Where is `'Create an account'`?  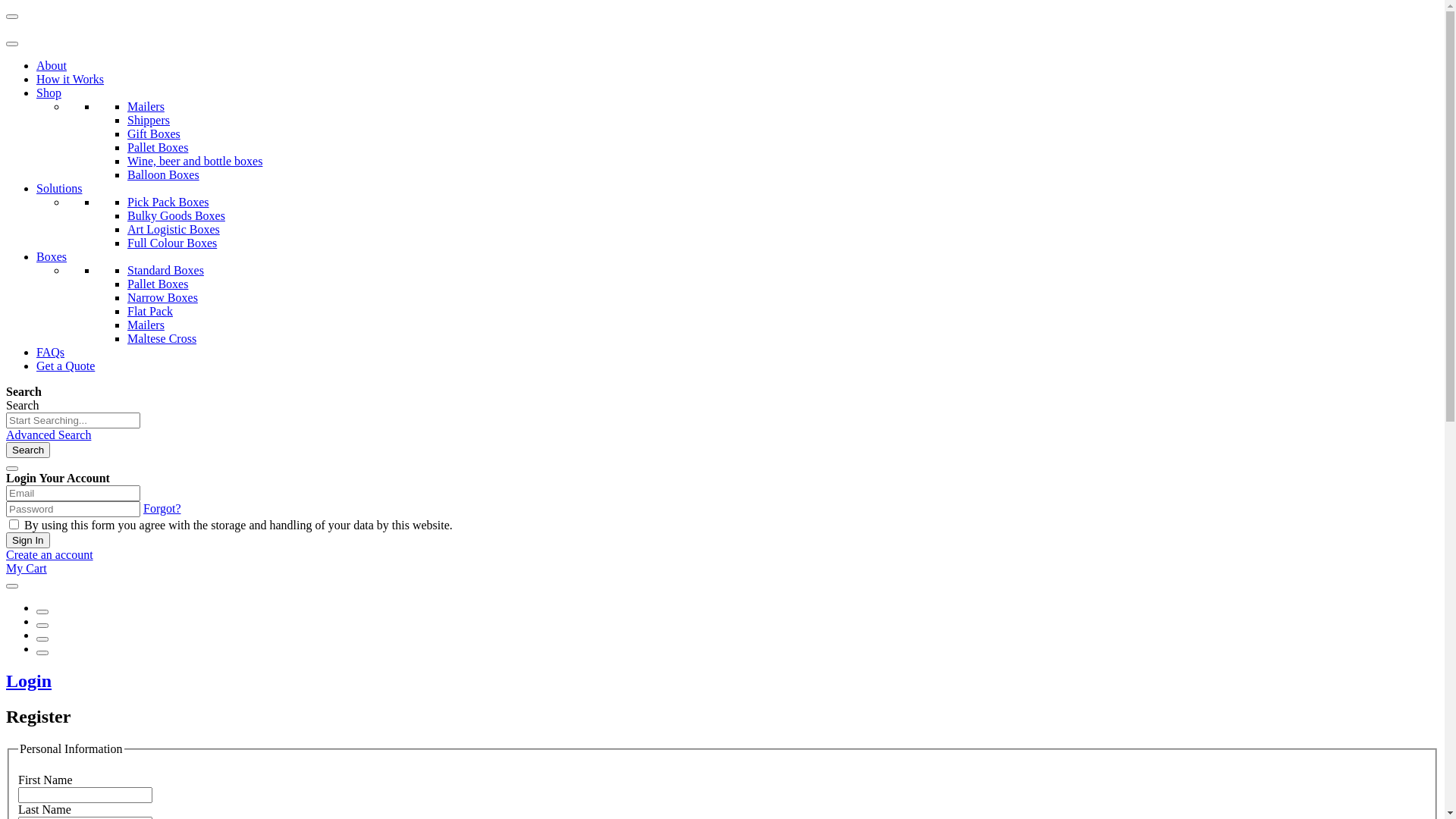
'Create an account' is located at coordinates (49, 554).